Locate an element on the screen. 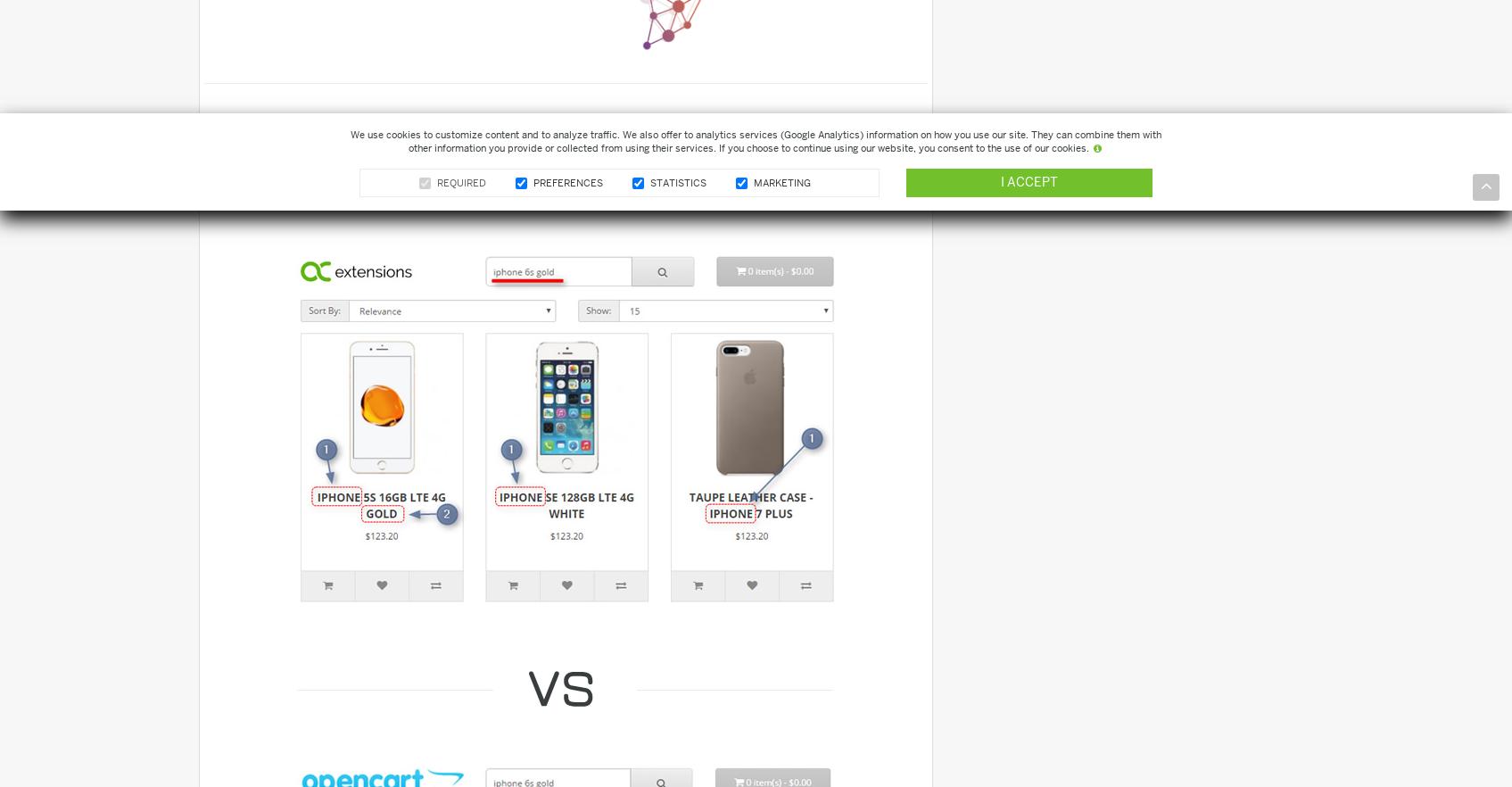 The image size is (1512, 787). 'Required' is located at coordinates (459, 182).